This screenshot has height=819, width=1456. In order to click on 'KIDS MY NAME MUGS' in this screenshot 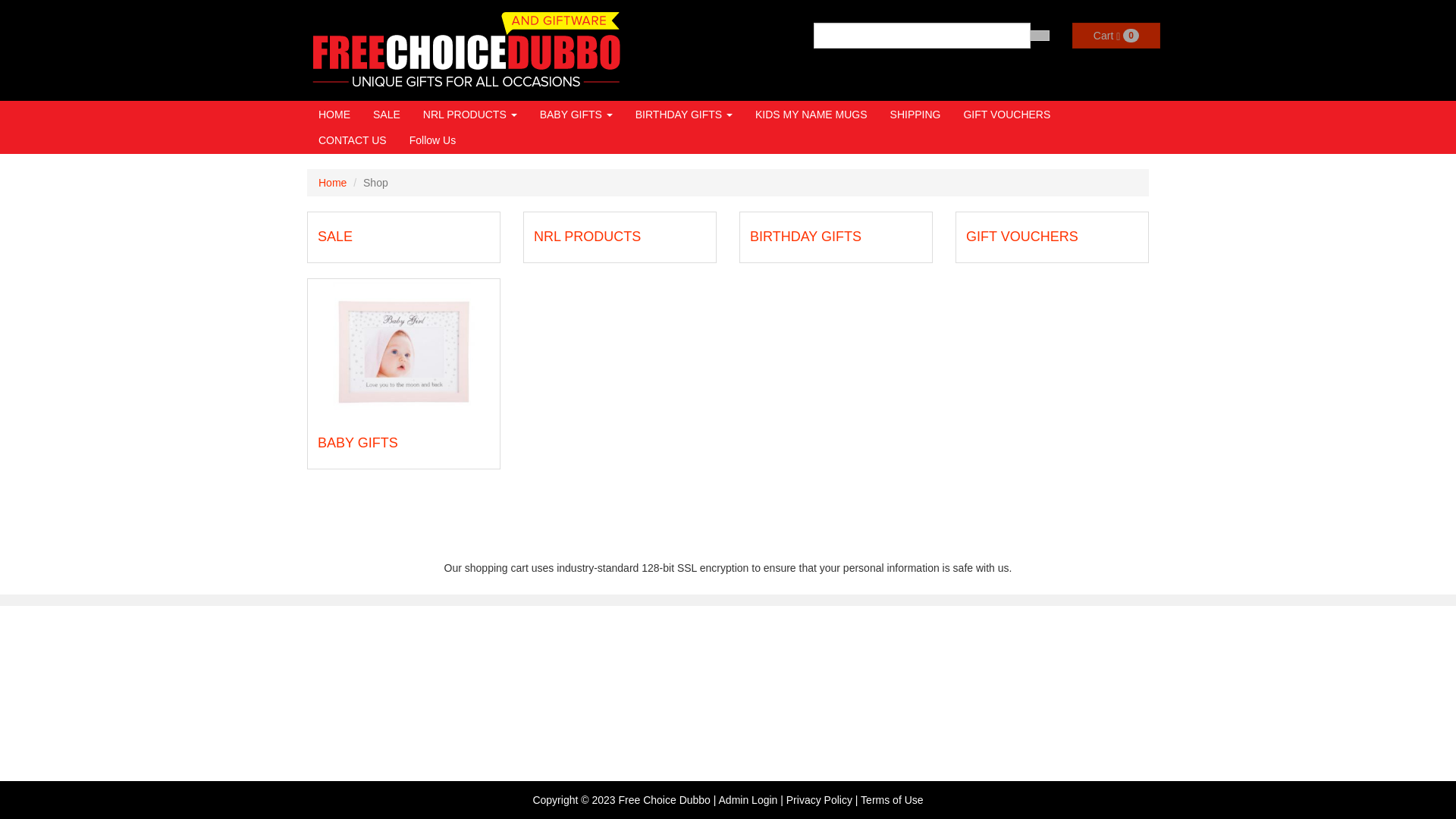, I will do `click(811, 113)`.